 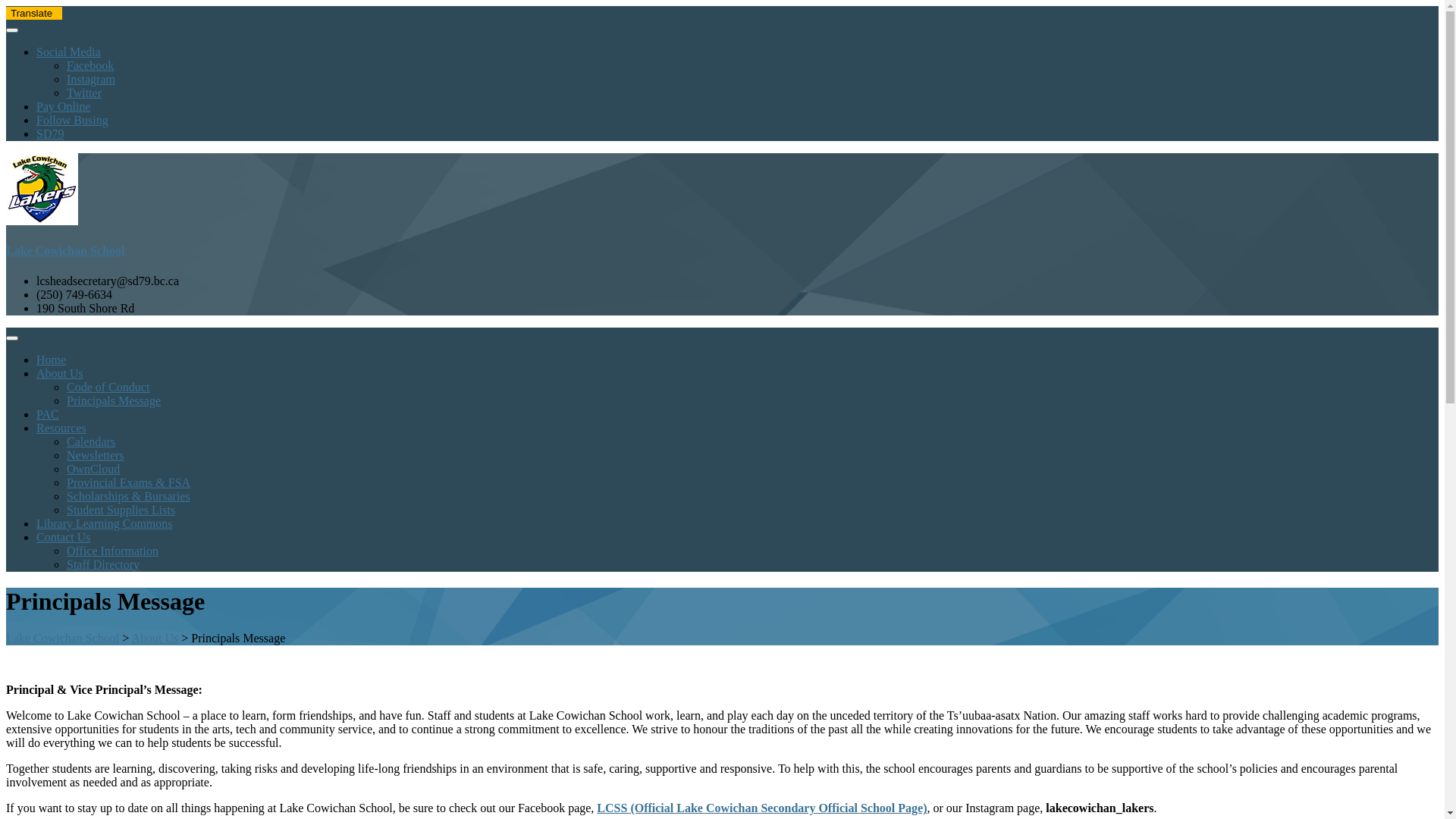 What do you see at coordinates (83, 93) in the screenshot?
I see `'Twitter'` at bounding box center [83, 93].